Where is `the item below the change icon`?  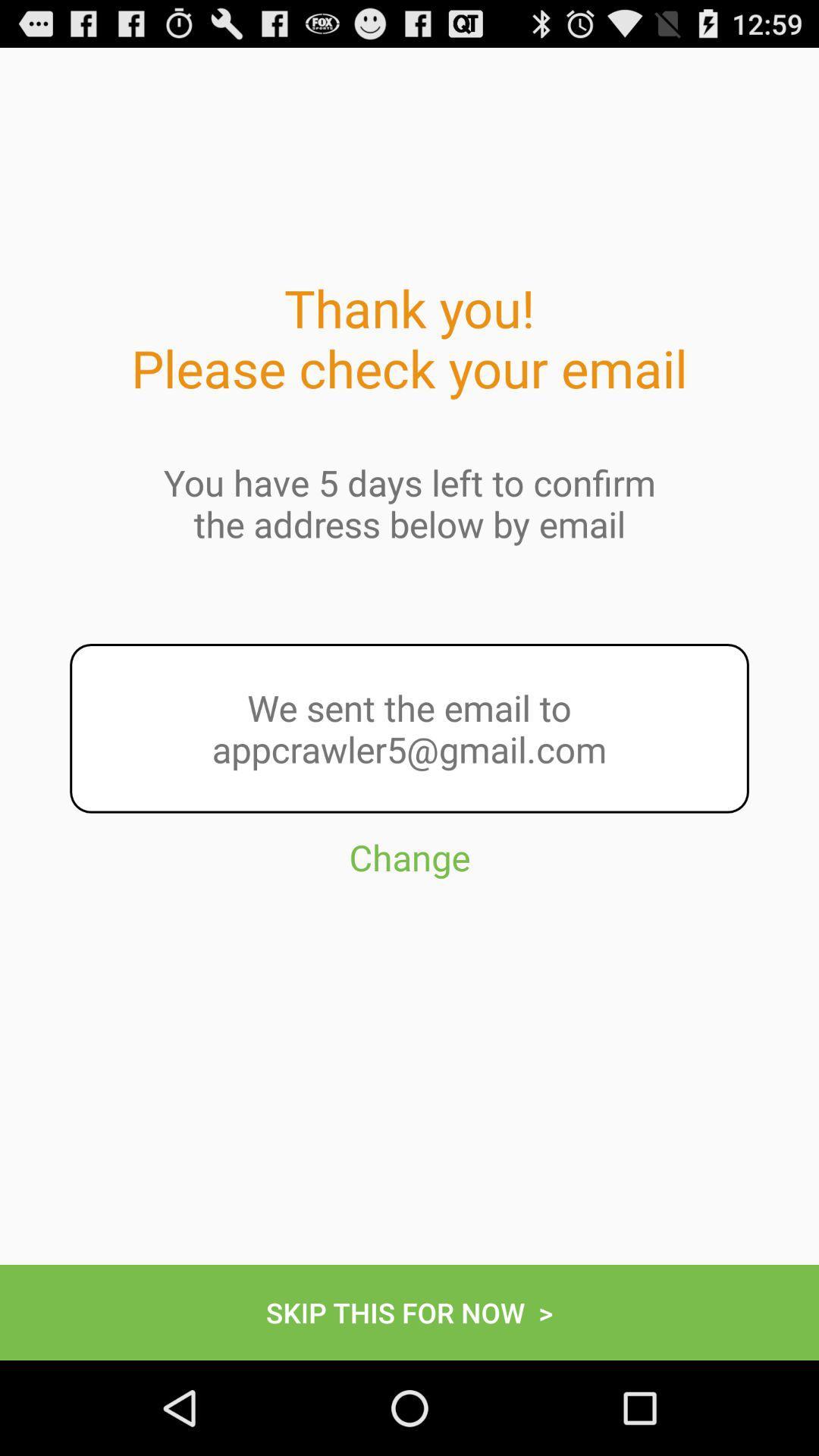 the item below the change icon is located at coordinates (409, 1312).